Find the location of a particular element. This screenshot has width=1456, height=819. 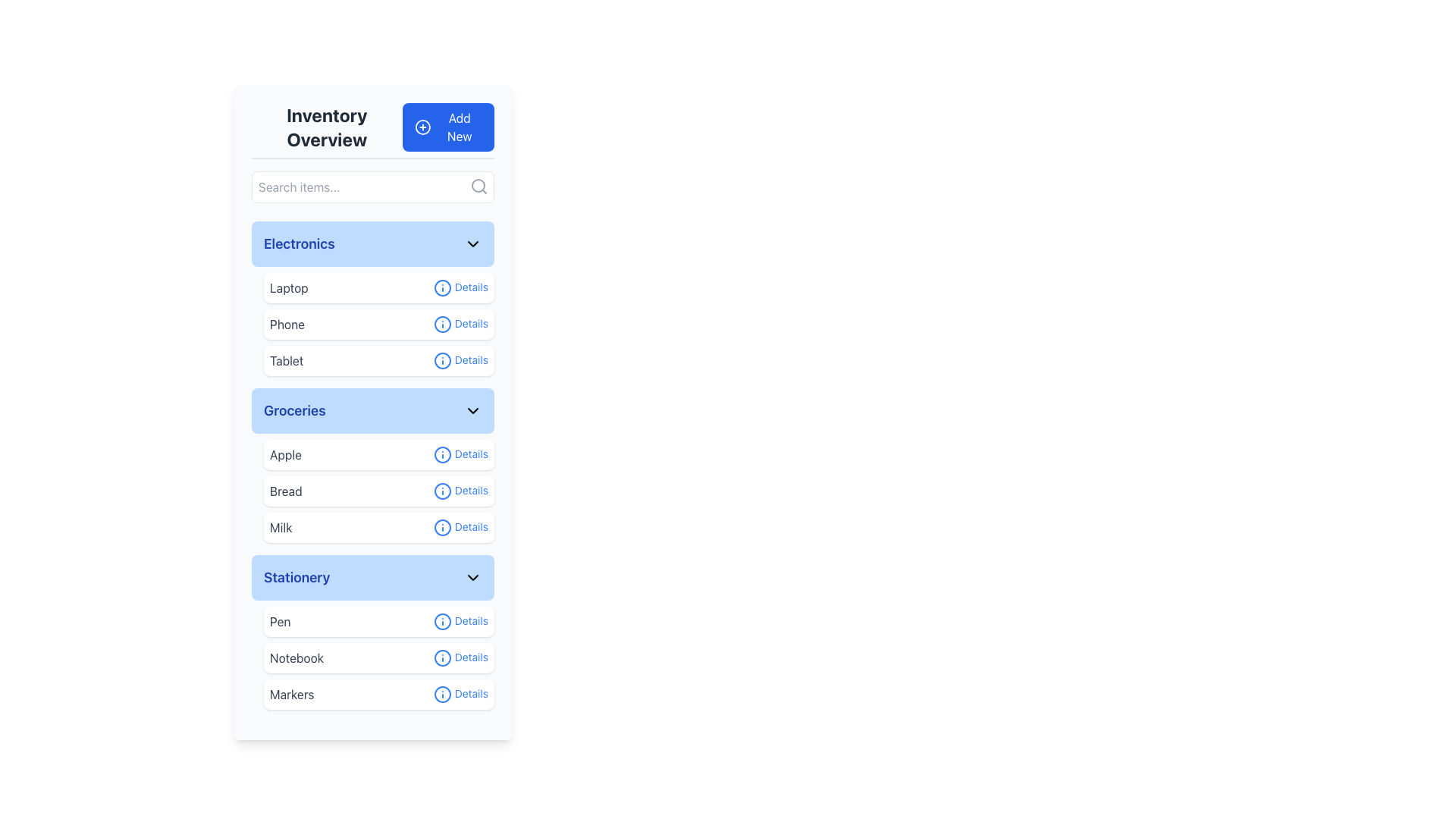

the 'Details' button on the List entry for 'Milk', which is the third item in the 'Groceries' section is located at coordinates (378, 526).